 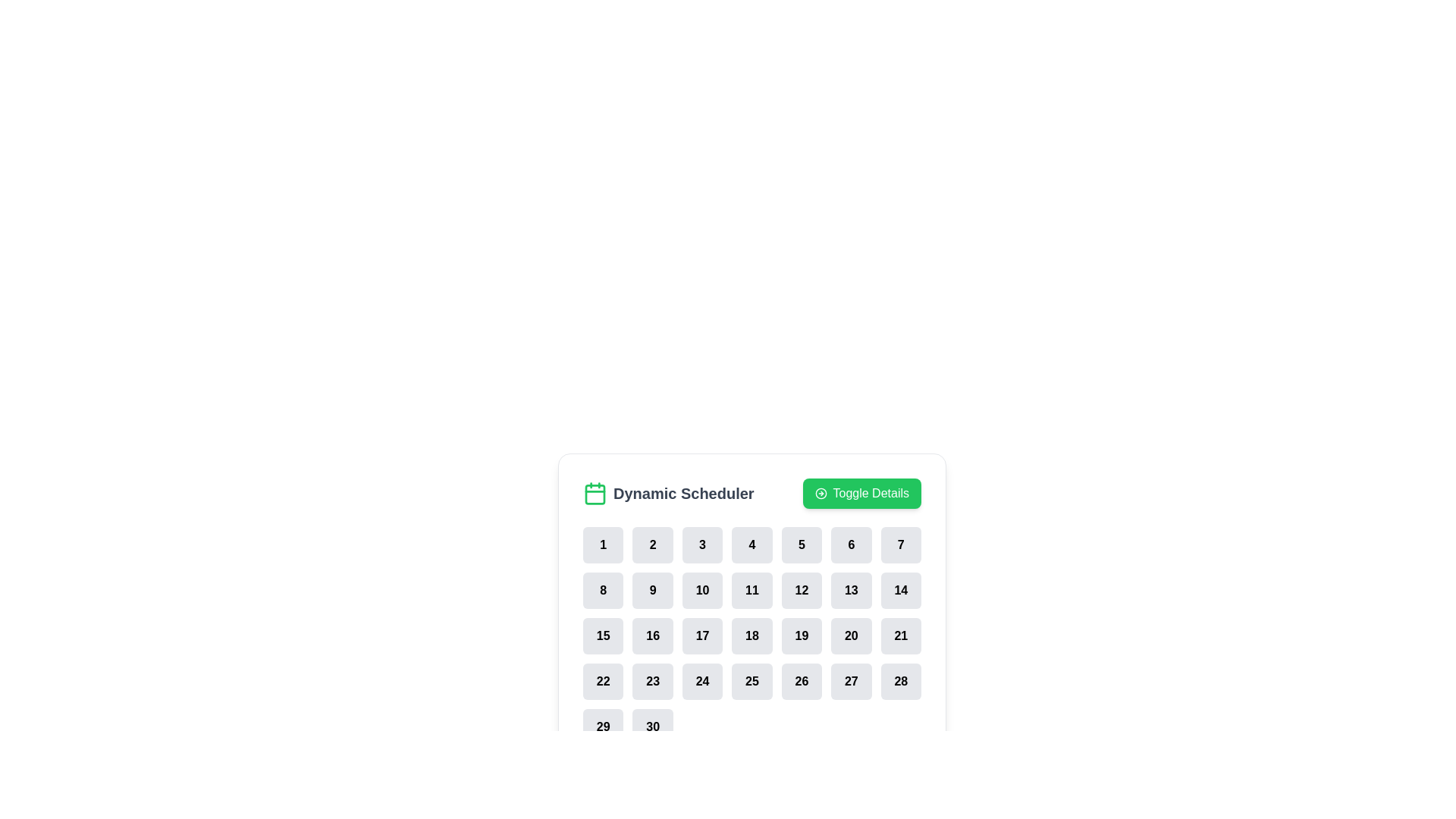 What do you see at coordinates (653, 680) in the screenshot?
I see `the rounded rectangular button with a light gray background and bold black text '23' to change its background color to green` at bounding box center [653, 680].